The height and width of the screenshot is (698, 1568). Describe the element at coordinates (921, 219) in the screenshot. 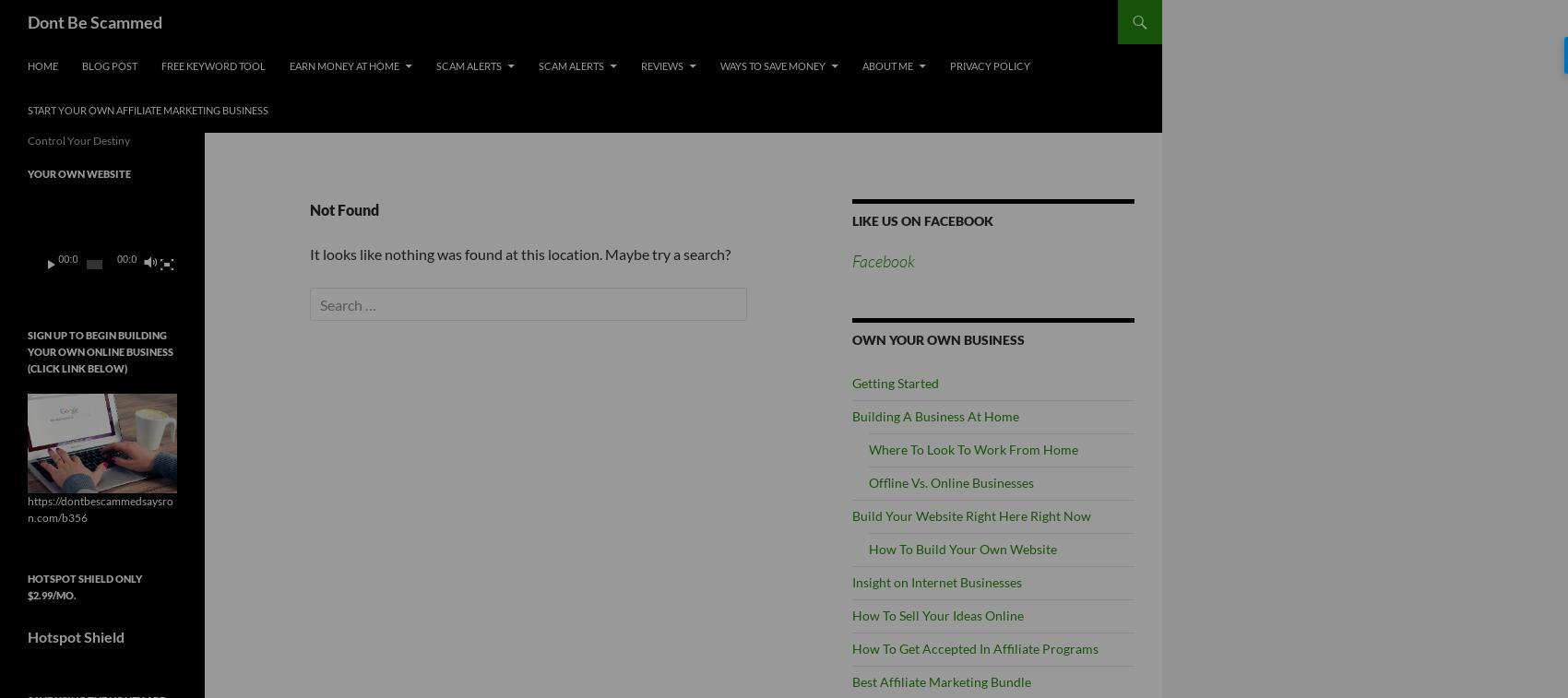

I see `'Like Us On Facebook'` at that location.